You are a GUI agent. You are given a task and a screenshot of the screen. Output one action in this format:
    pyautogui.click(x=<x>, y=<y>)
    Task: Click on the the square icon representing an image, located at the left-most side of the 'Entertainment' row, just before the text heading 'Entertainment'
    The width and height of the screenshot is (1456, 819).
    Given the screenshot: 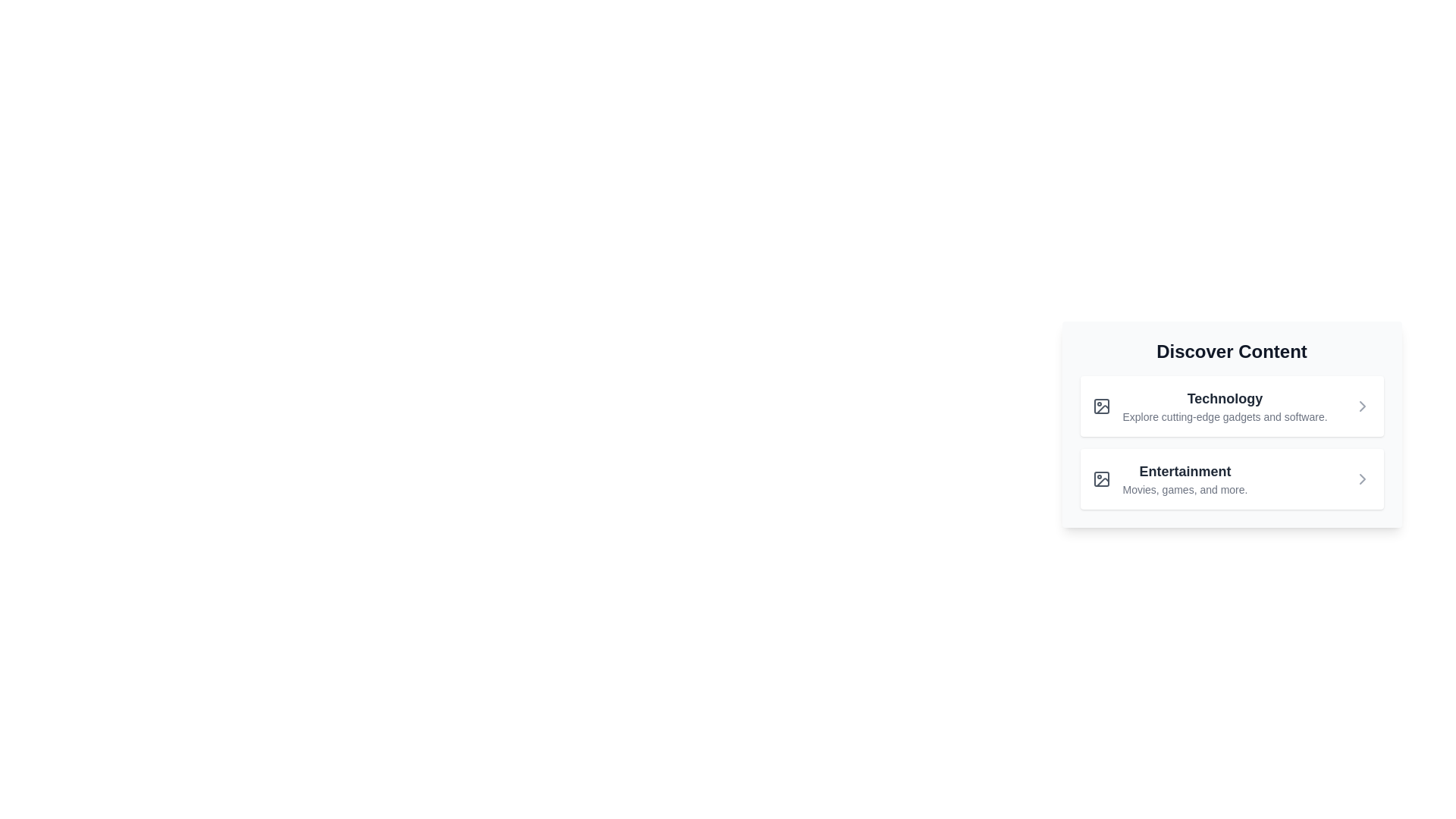 What is the action you would take?
    pyautogui.click(x=1101, y=479)
    